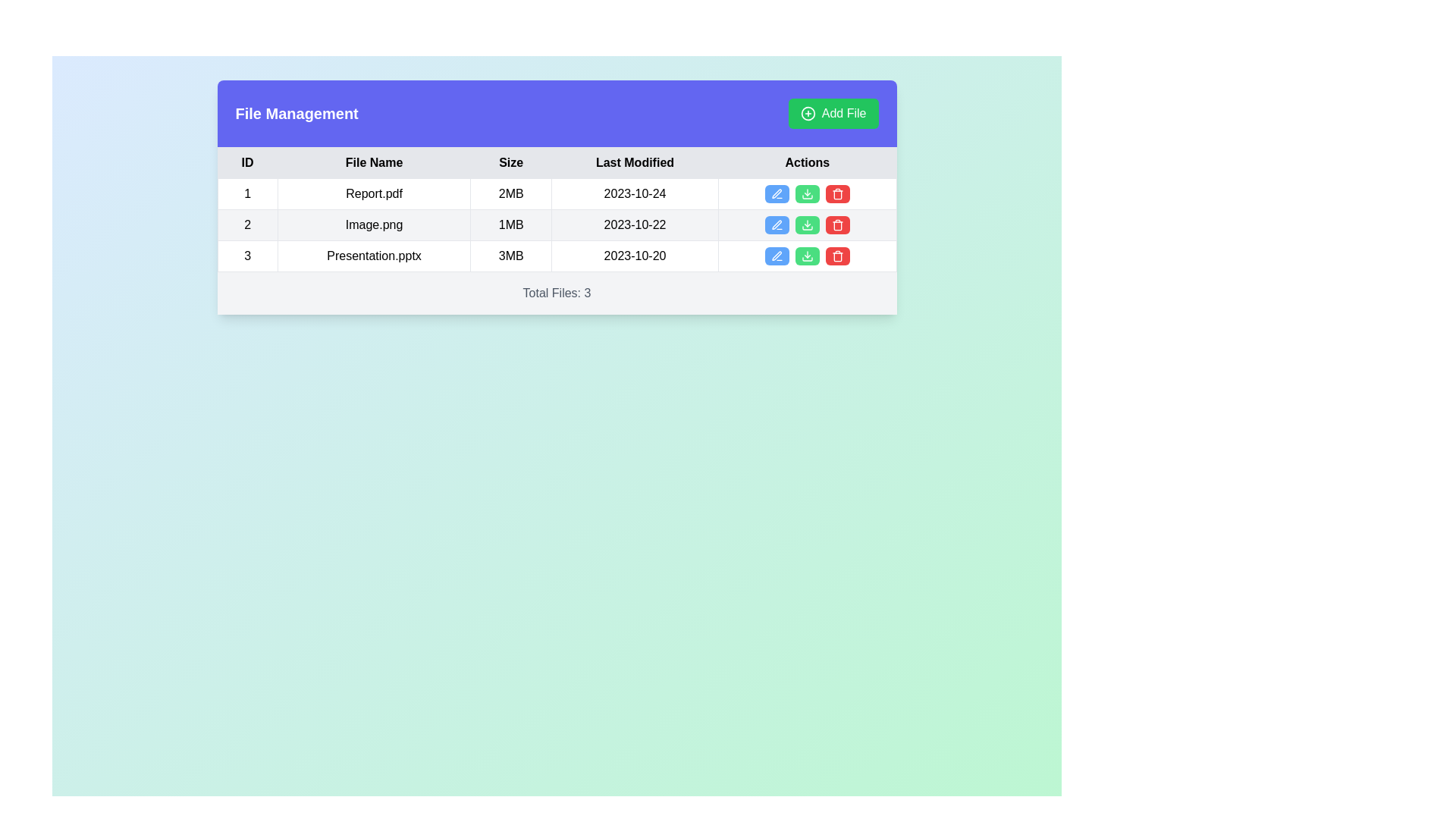 This screenshot has width=1456, height=819. What do you see at coordinates (836, 225) in the screenshot?
I see `the trash can icon with a red background in the Actions column of the third row` at bounding box center [836, 225].